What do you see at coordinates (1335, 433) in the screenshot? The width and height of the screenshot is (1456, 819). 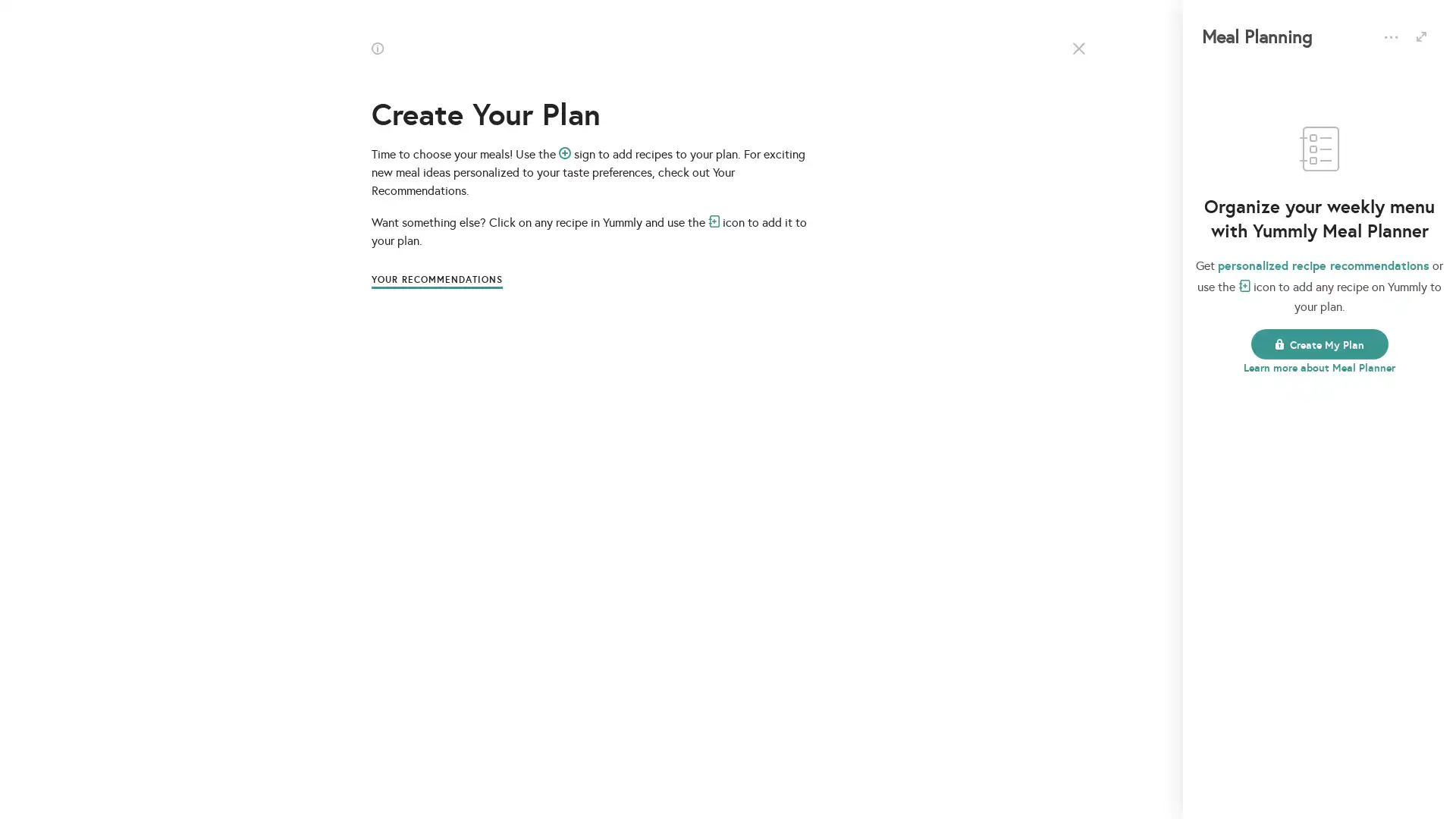 I see `Soy-Free` at bounding box center [1335, 433].